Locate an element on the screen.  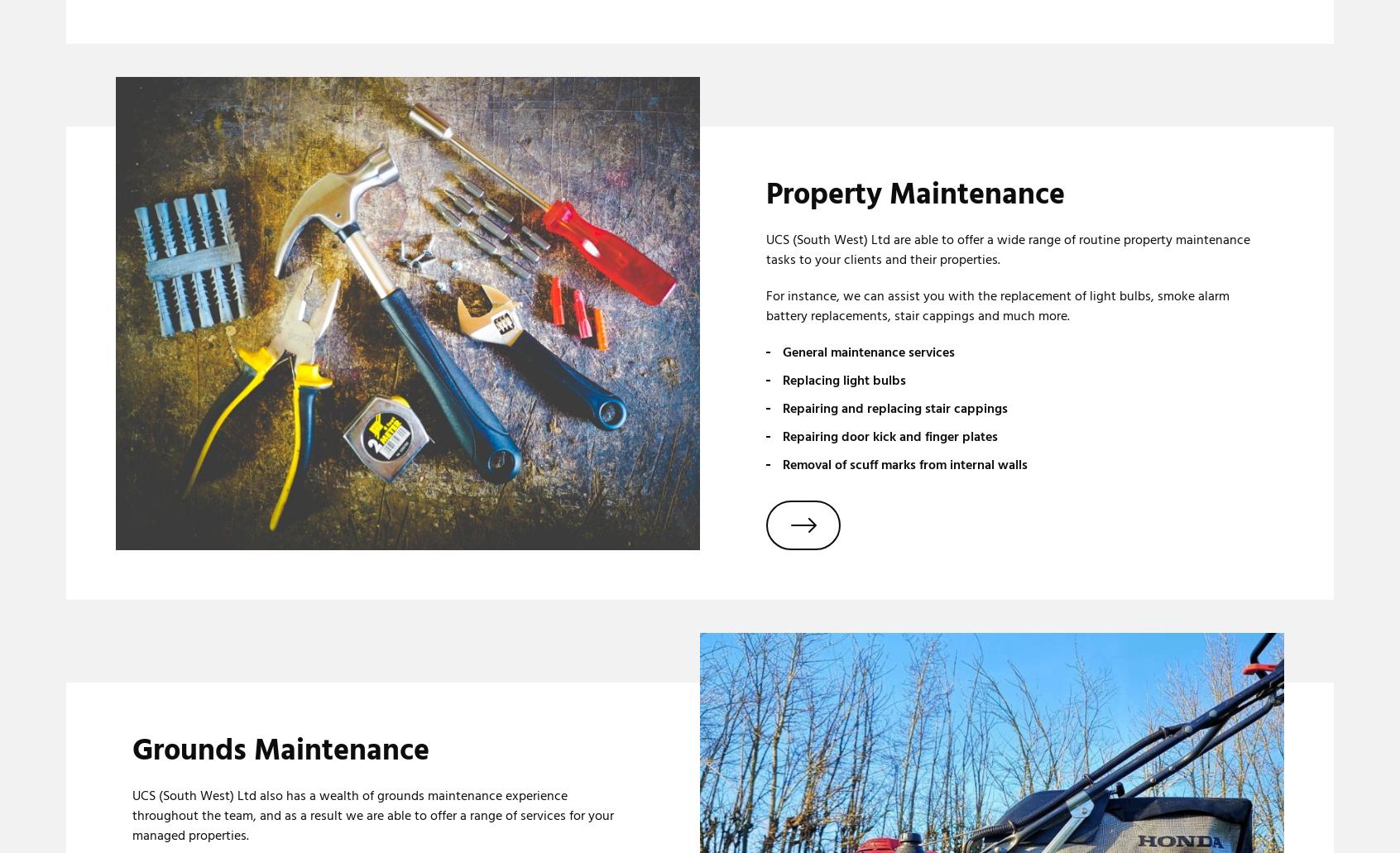
'Replacing light bulbs' is located at coordinates (843, 381).